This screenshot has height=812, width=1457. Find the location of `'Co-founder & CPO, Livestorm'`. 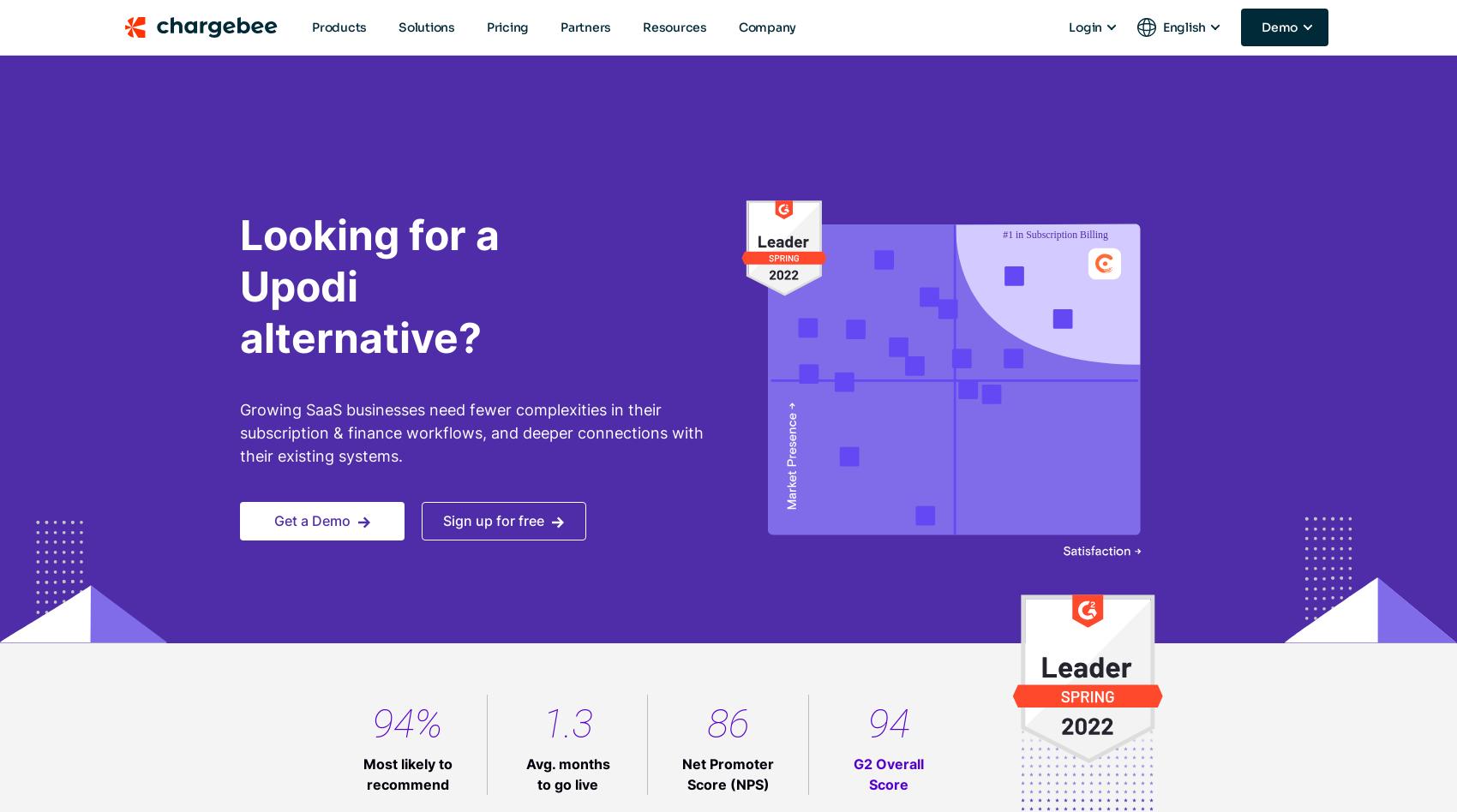

'Co-founder & CPO, Livestorm' is located at coordinates (972, 776).